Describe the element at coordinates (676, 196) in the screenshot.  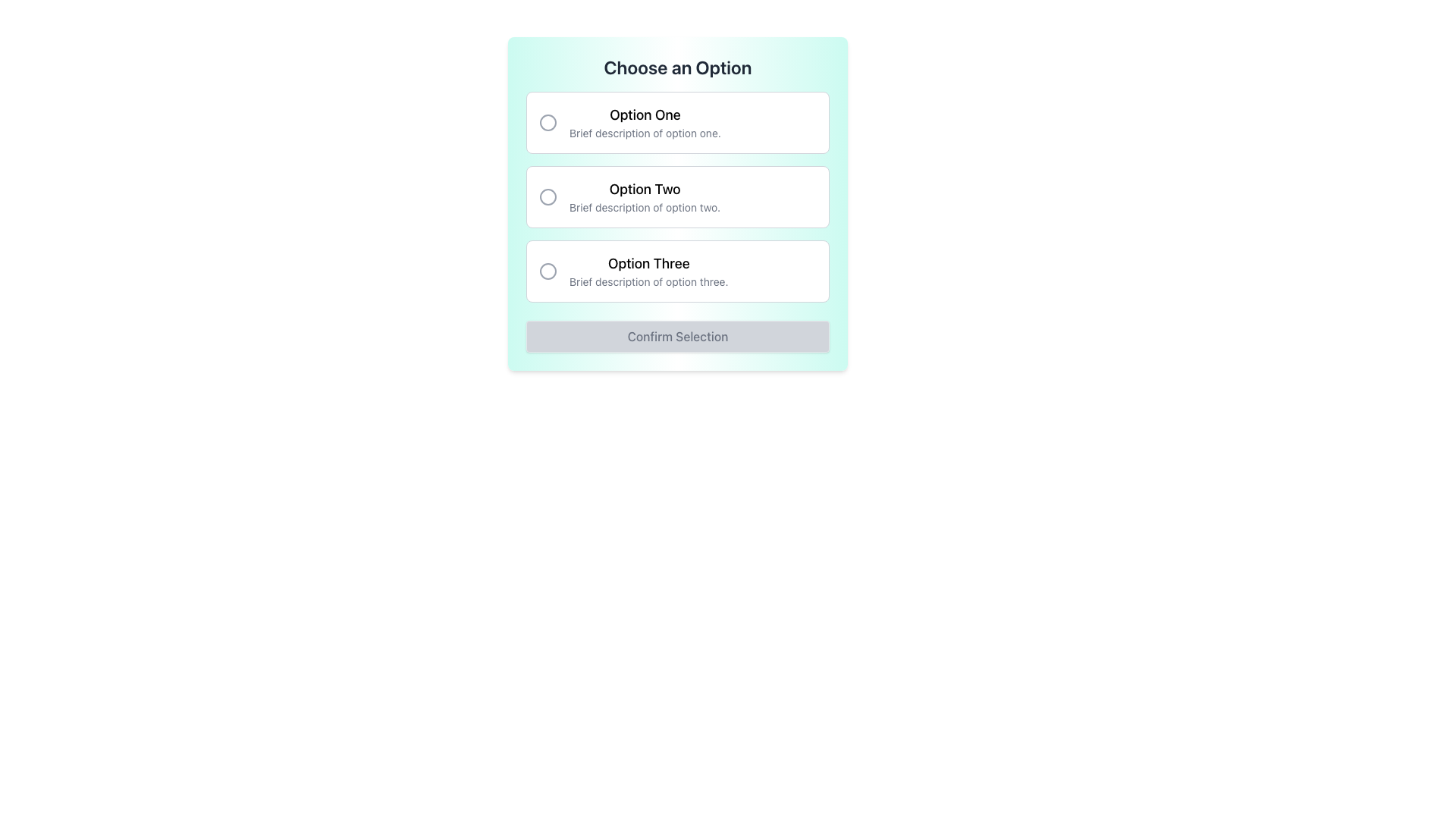
I see `description of the second selectable option in the form located under the heading 'Choose an Option', which is represented by its radio button or surrounding area` at that location.